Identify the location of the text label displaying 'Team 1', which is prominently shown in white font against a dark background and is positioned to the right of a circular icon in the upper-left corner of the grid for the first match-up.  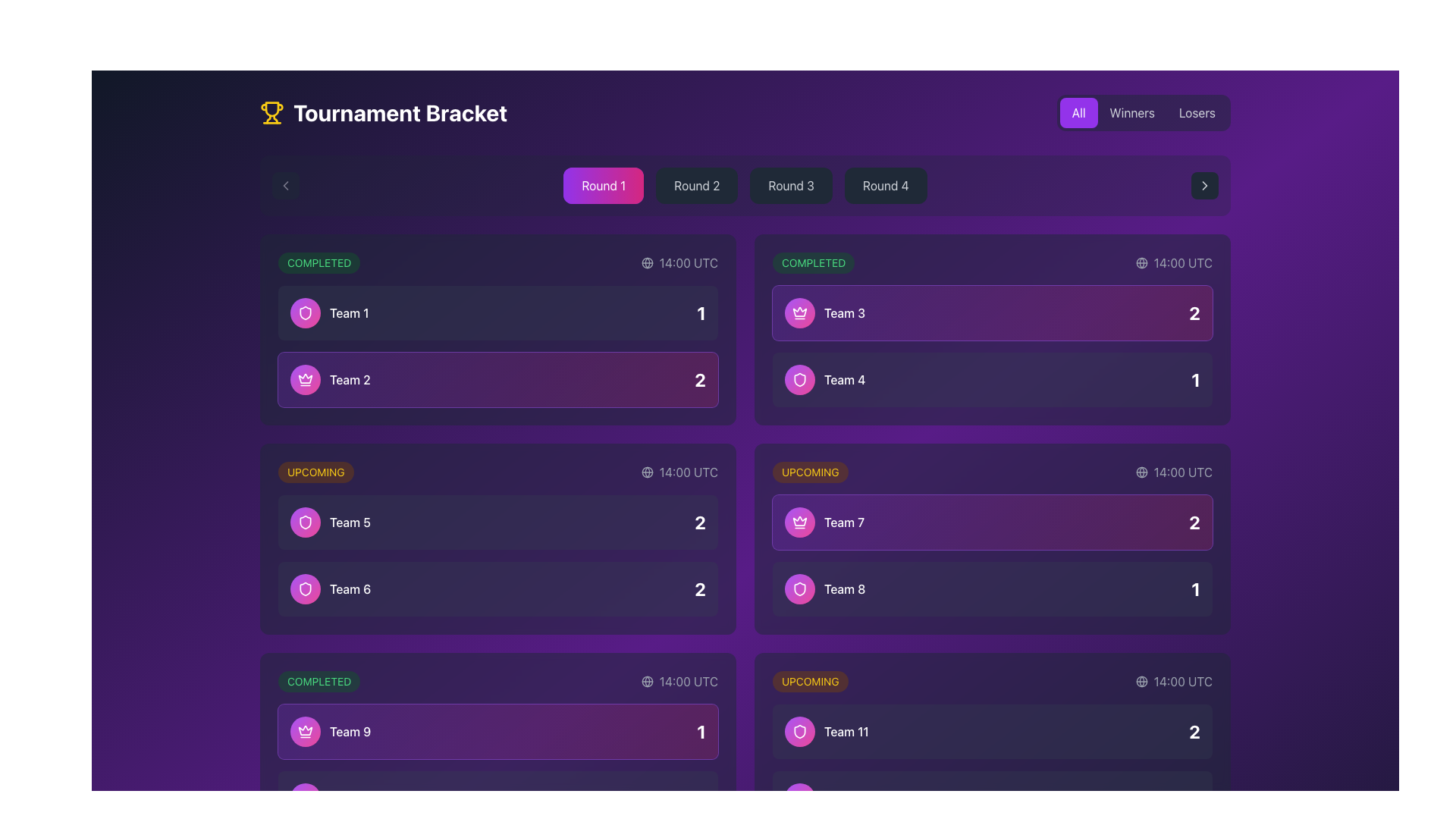
(348, 312).